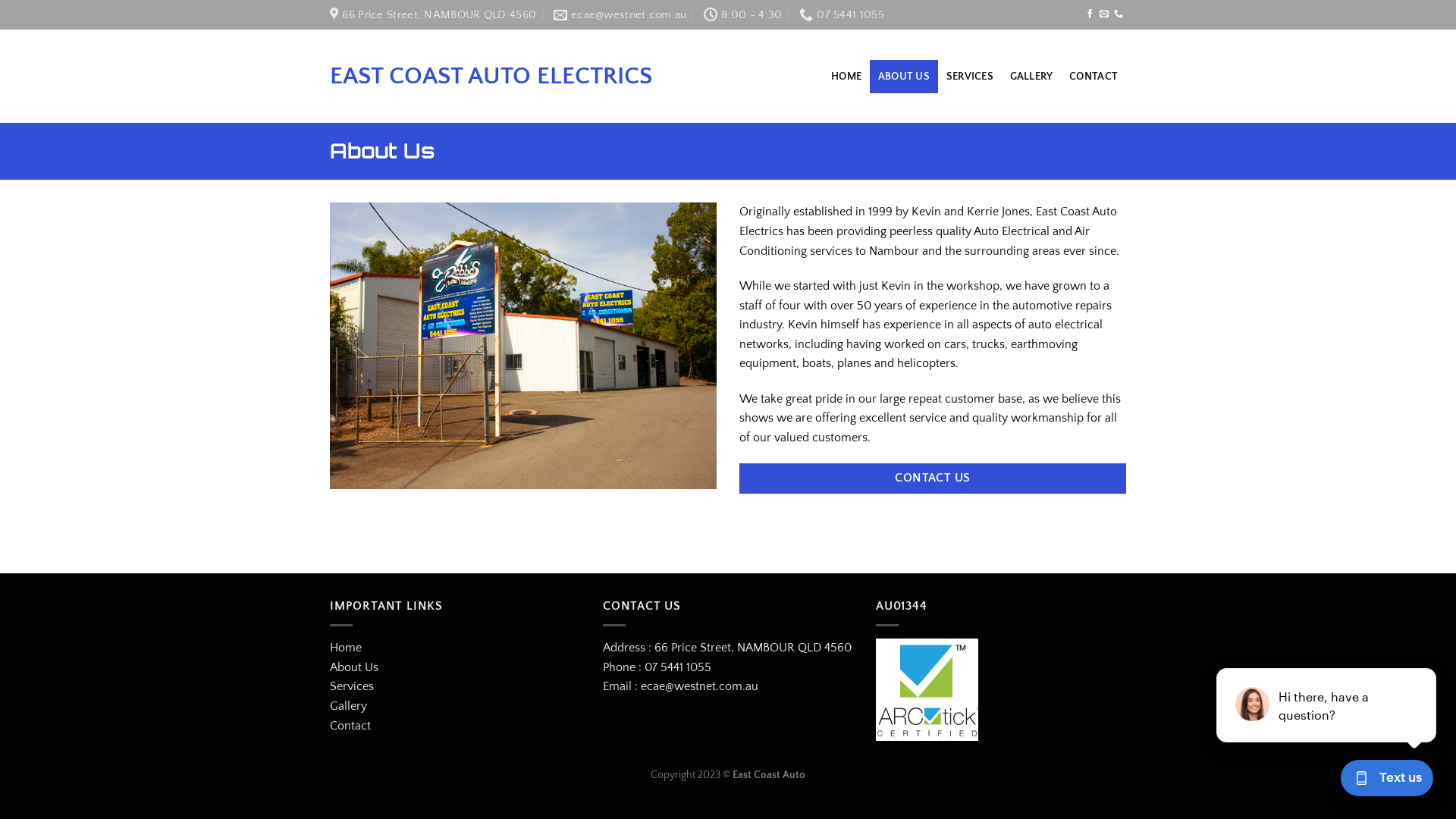 This screenshot has width=1456, height=819. Describe the element at coordinates (1031, 76) in the screenshot. I see `'GALLERY'` at that location.